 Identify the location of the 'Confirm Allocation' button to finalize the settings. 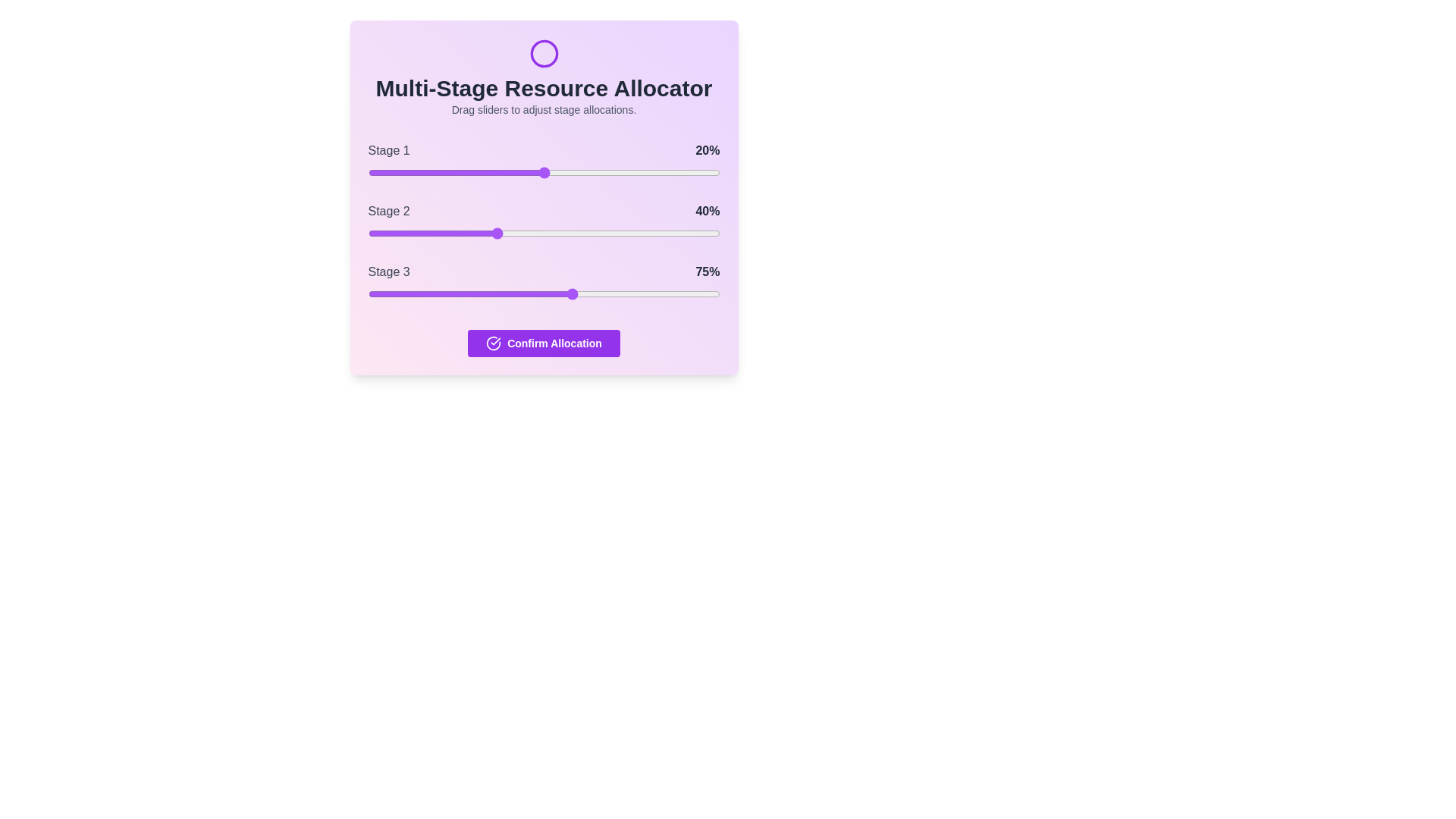
(544, 343).